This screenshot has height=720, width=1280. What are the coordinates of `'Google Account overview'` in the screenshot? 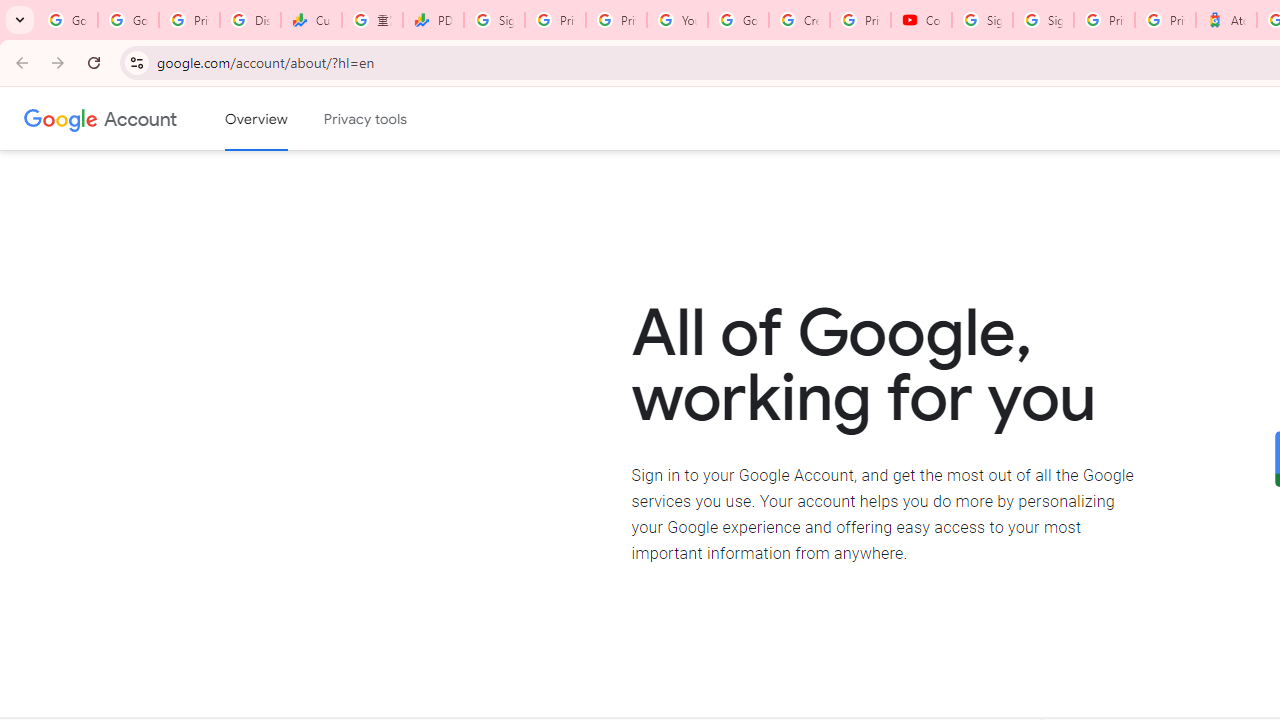 It's located at (255, 119).